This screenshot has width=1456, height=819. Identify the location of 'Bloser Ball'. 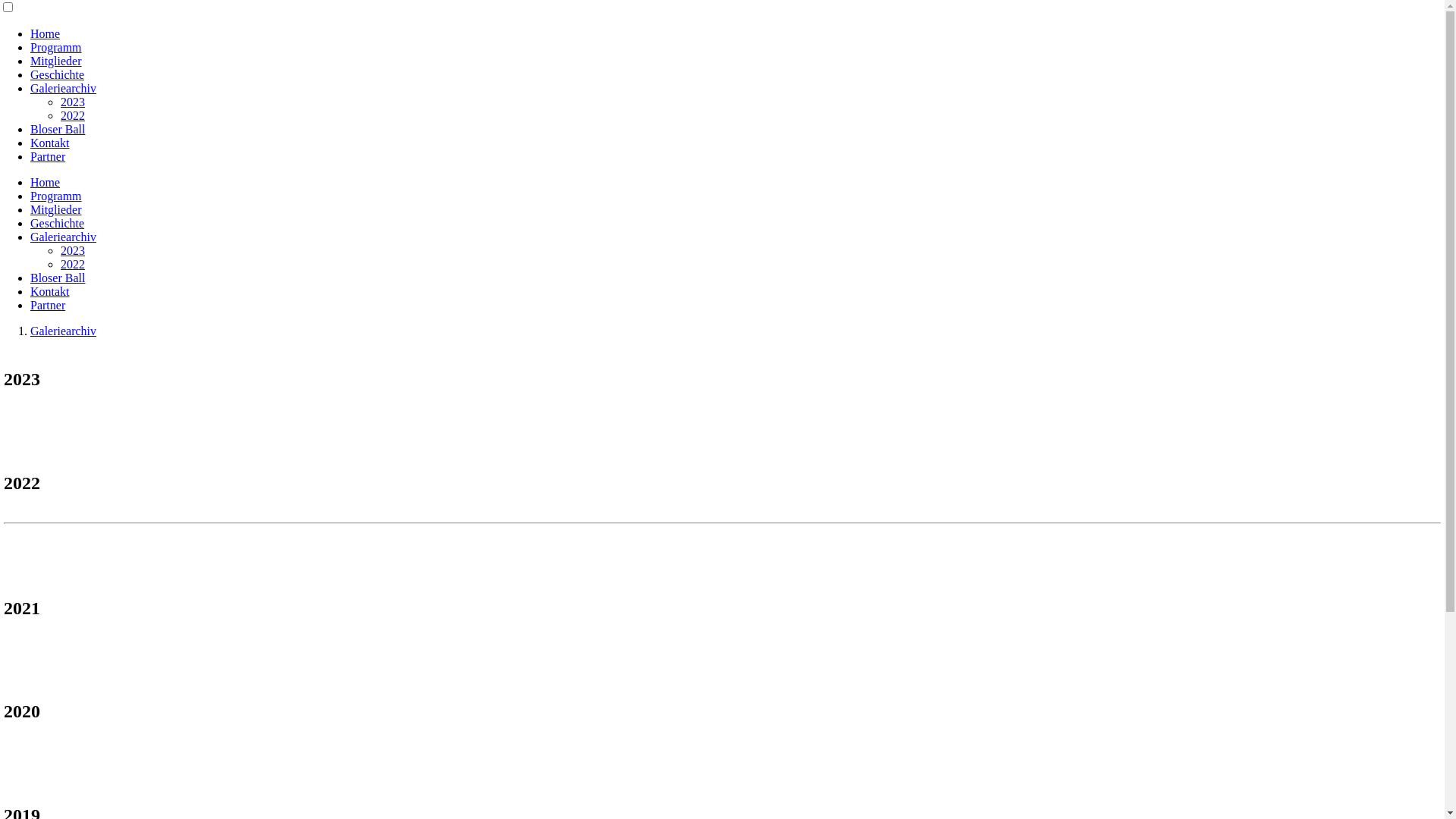
(30, 278).